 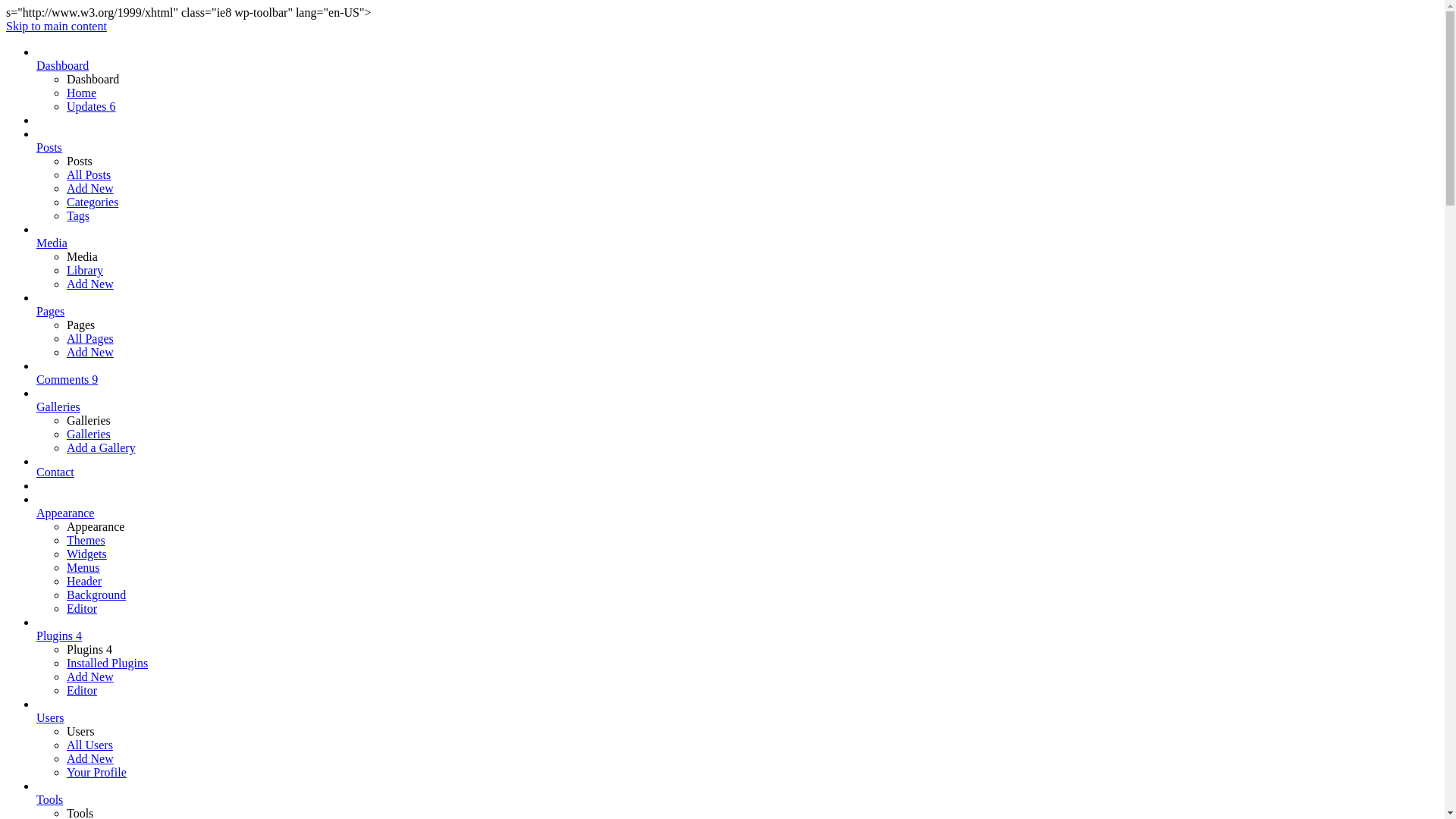 I want to click on 'Add a Gallery', so click(x=100, y=447).